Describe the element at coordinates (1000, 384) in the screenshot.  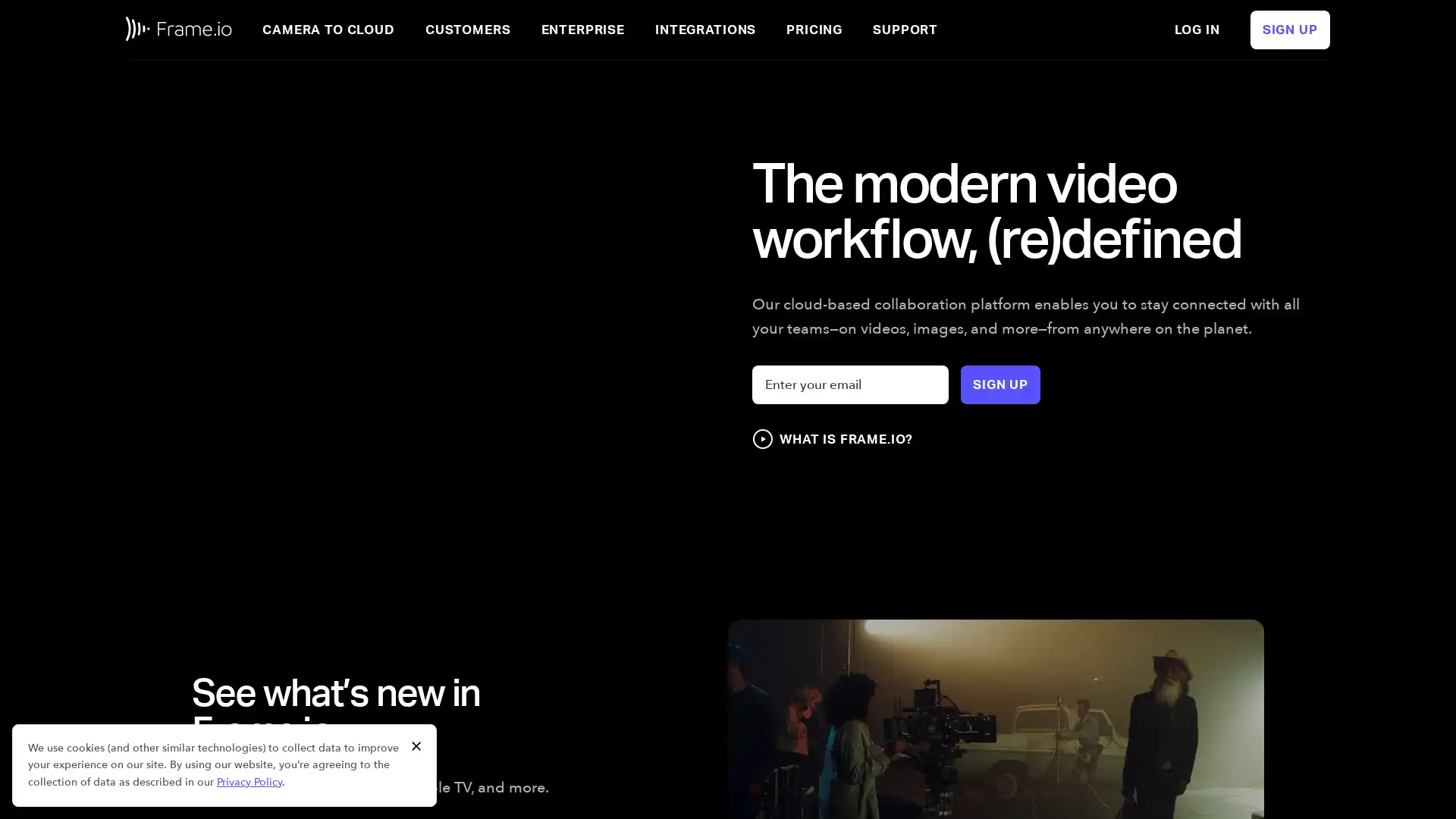
I see `Submit email address` at that location.